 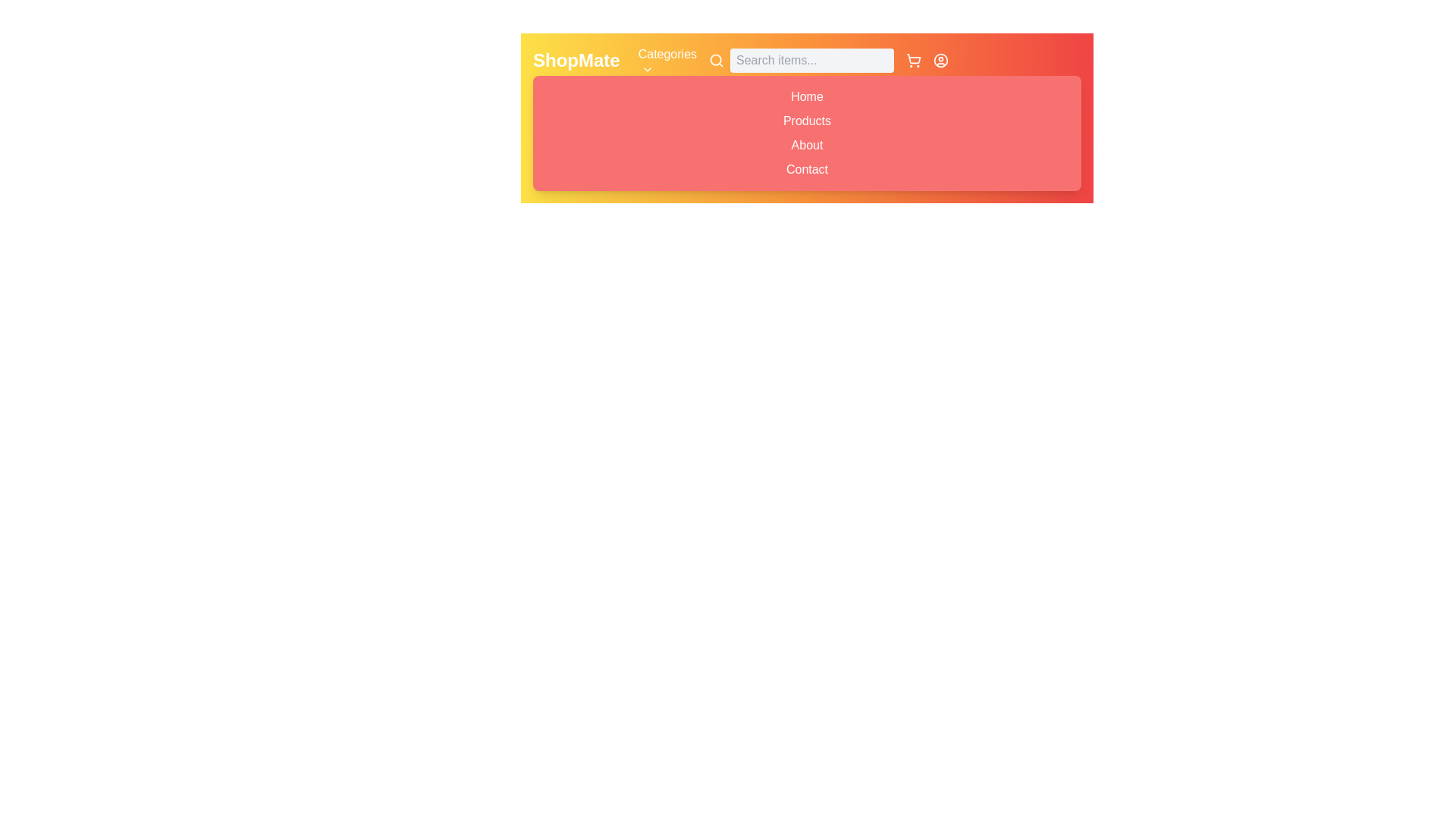 What do you see at coordinates (800, 60) in the screenshot?
I see `the search bar input field located at the center of the top navigation bar` at bounding box center [800, 60].